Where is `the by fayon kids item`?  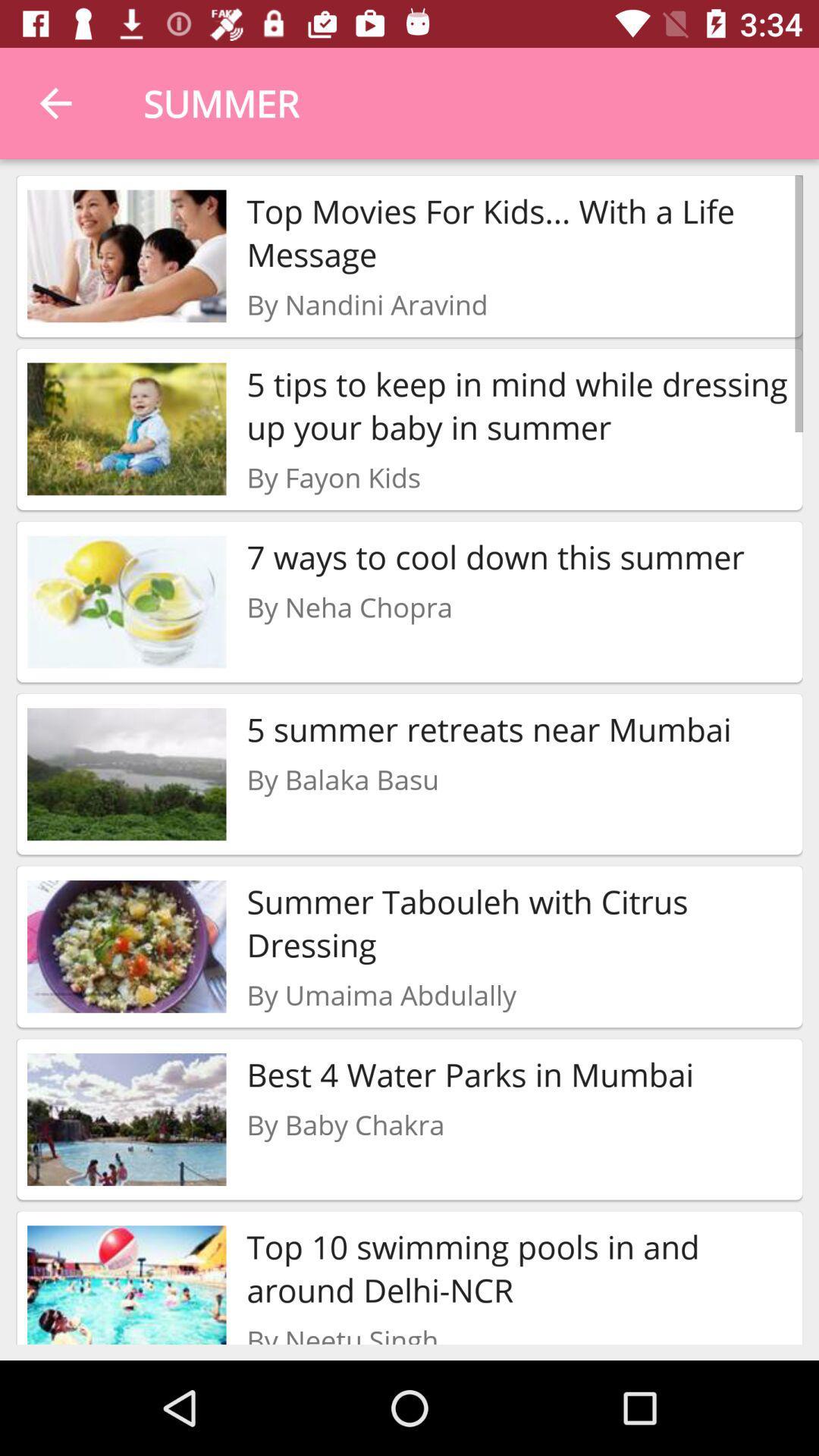 the by fayon kids item is located at coordinates (333, 476).